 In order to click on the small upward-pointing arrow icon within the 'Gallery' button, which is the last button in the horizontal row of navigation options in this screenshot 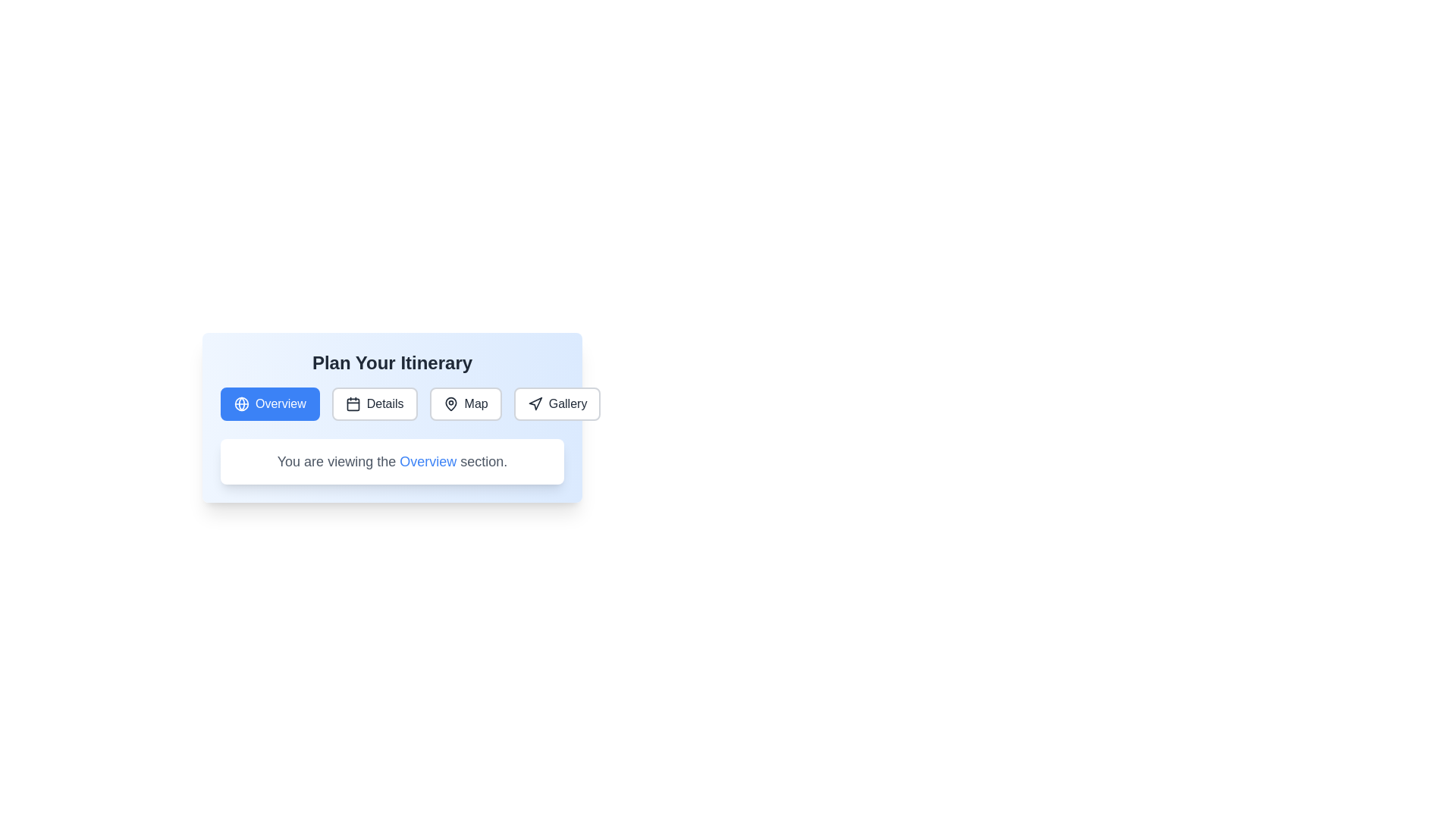, I will do `click(535, 403)`.